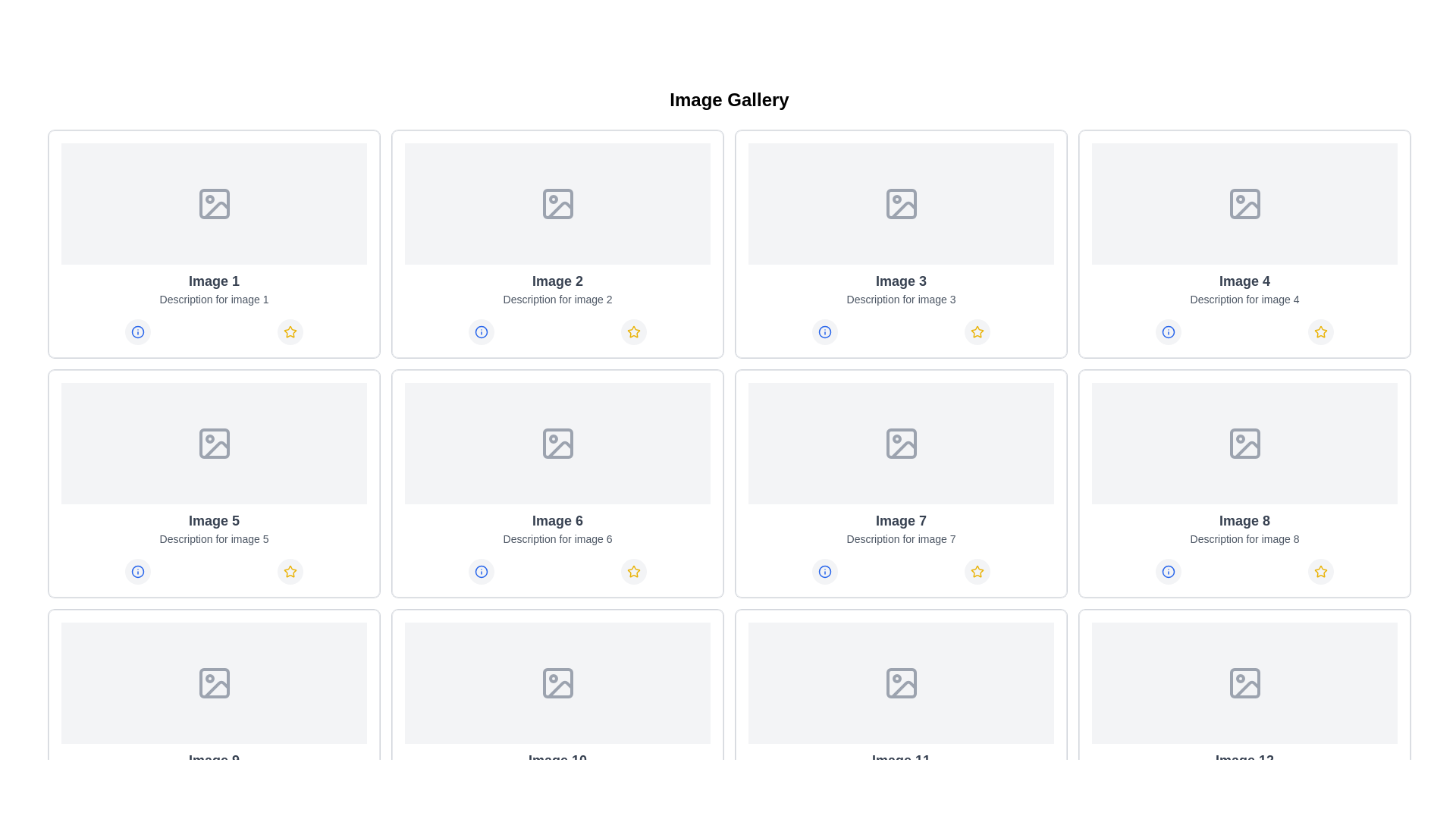 The height and width of the screenshot is (819, 1456). I want to click on the star-shaped icon inside the circular button, so click(1320, 331).